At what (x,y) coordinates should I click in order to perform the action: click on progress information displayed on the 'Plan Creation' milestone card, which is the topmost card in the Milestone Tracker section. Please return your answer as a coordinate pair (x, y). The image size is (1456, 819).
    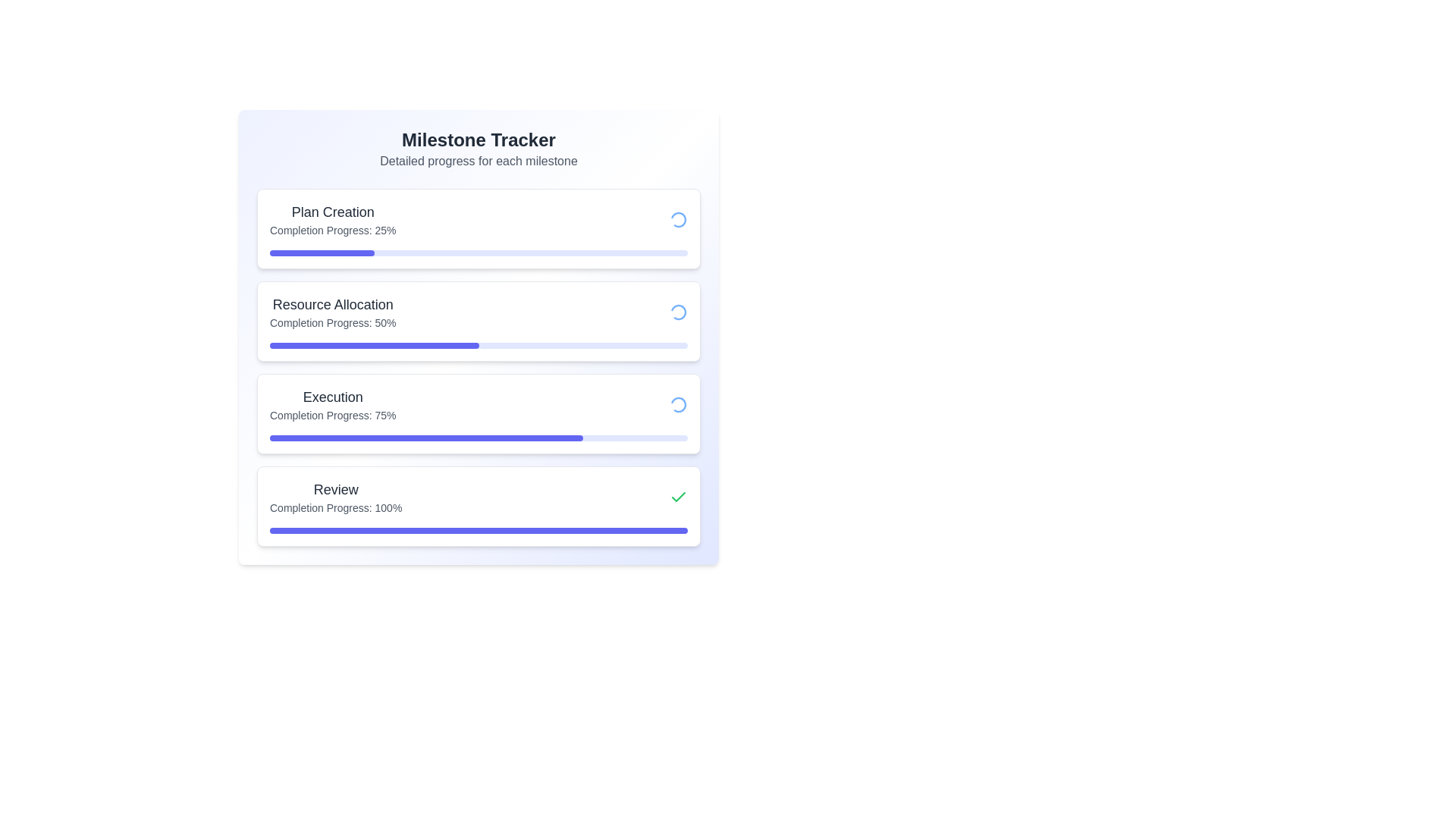
    Looking at the image, I should click on (478, 228).